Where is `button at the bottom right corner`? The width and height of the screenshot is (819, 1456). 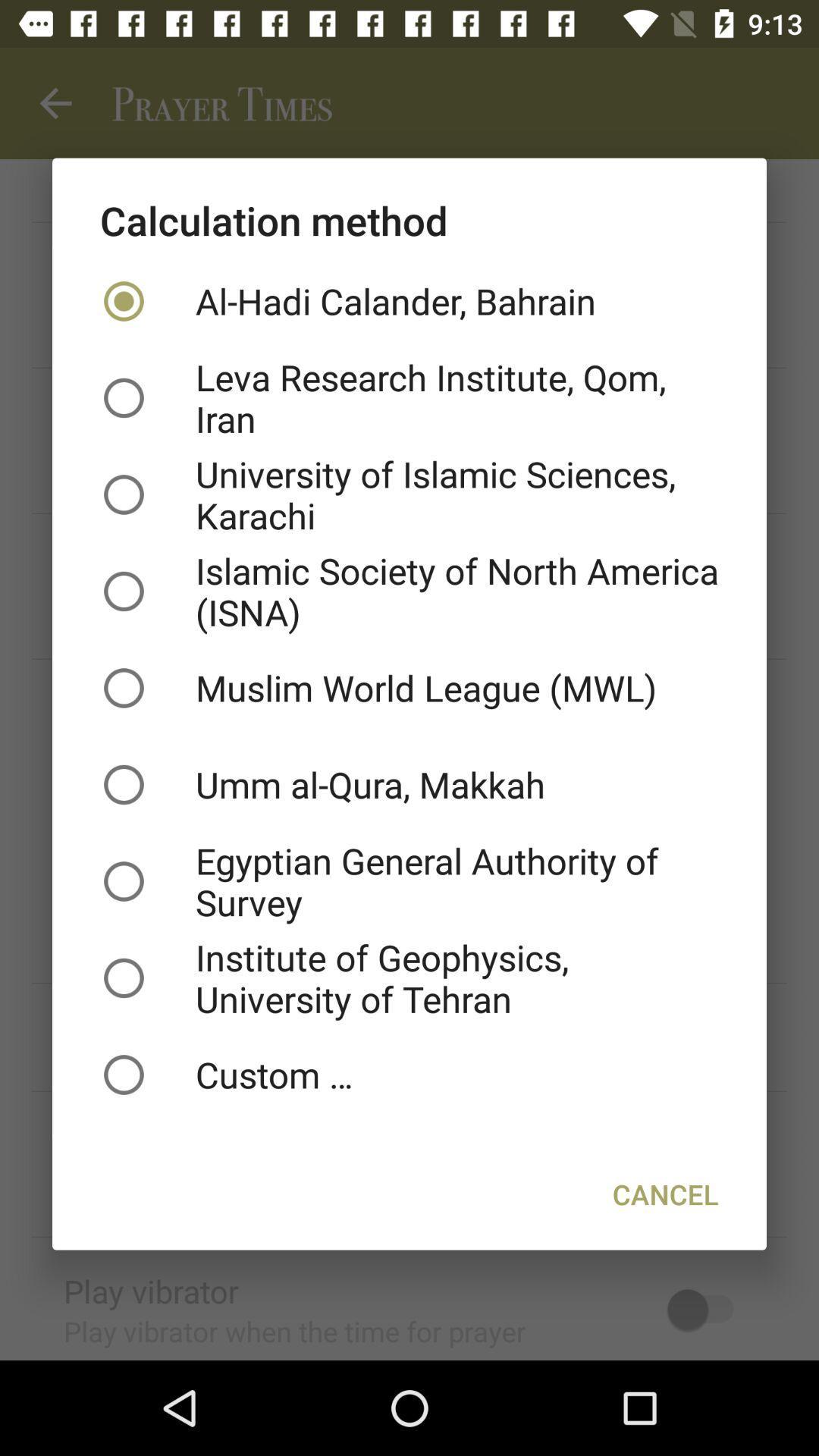 button at the bottom right corner is located at coordinates (664, 1193).